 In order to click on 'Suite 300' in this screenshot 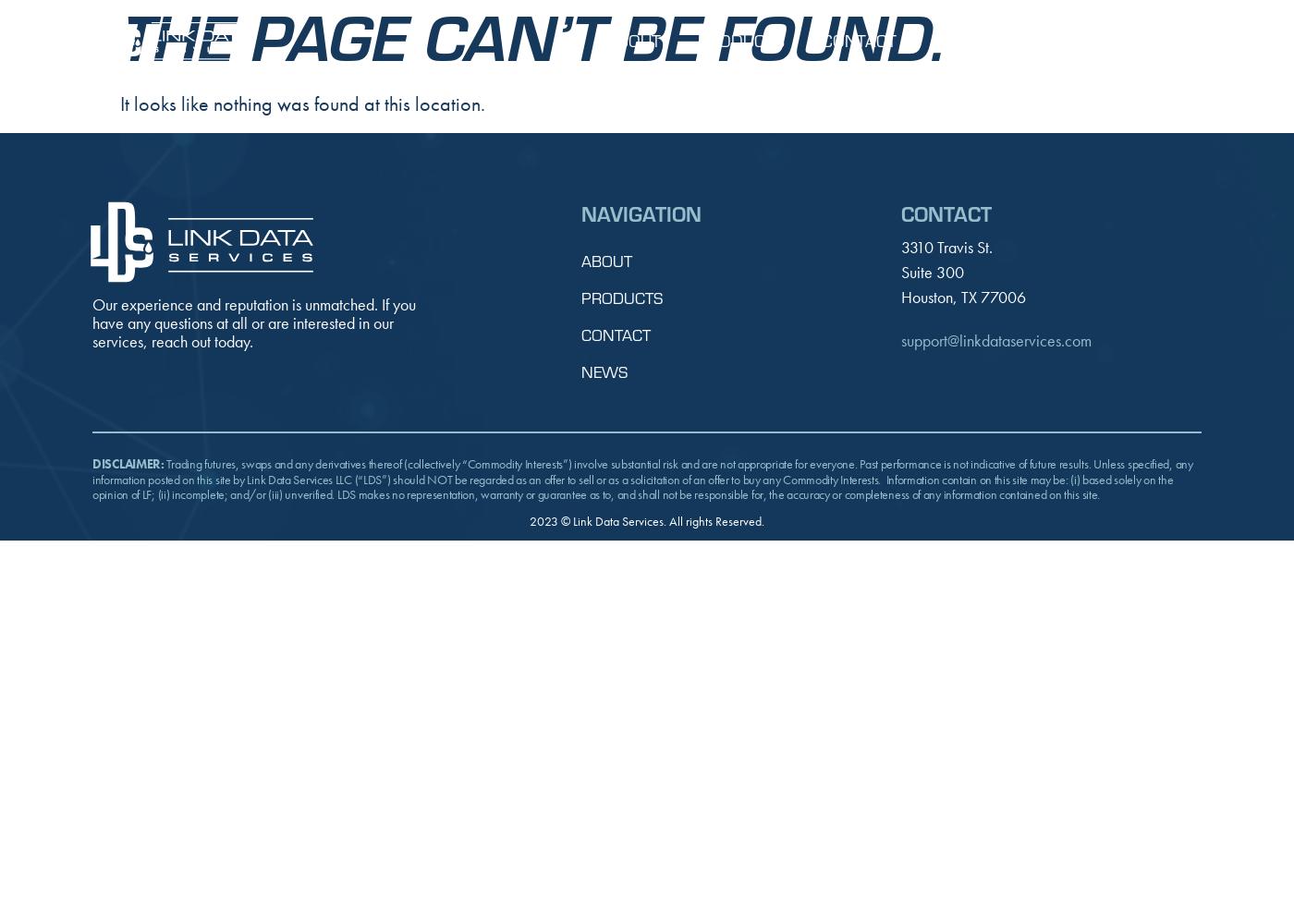, I will do `click(932, 271)`.